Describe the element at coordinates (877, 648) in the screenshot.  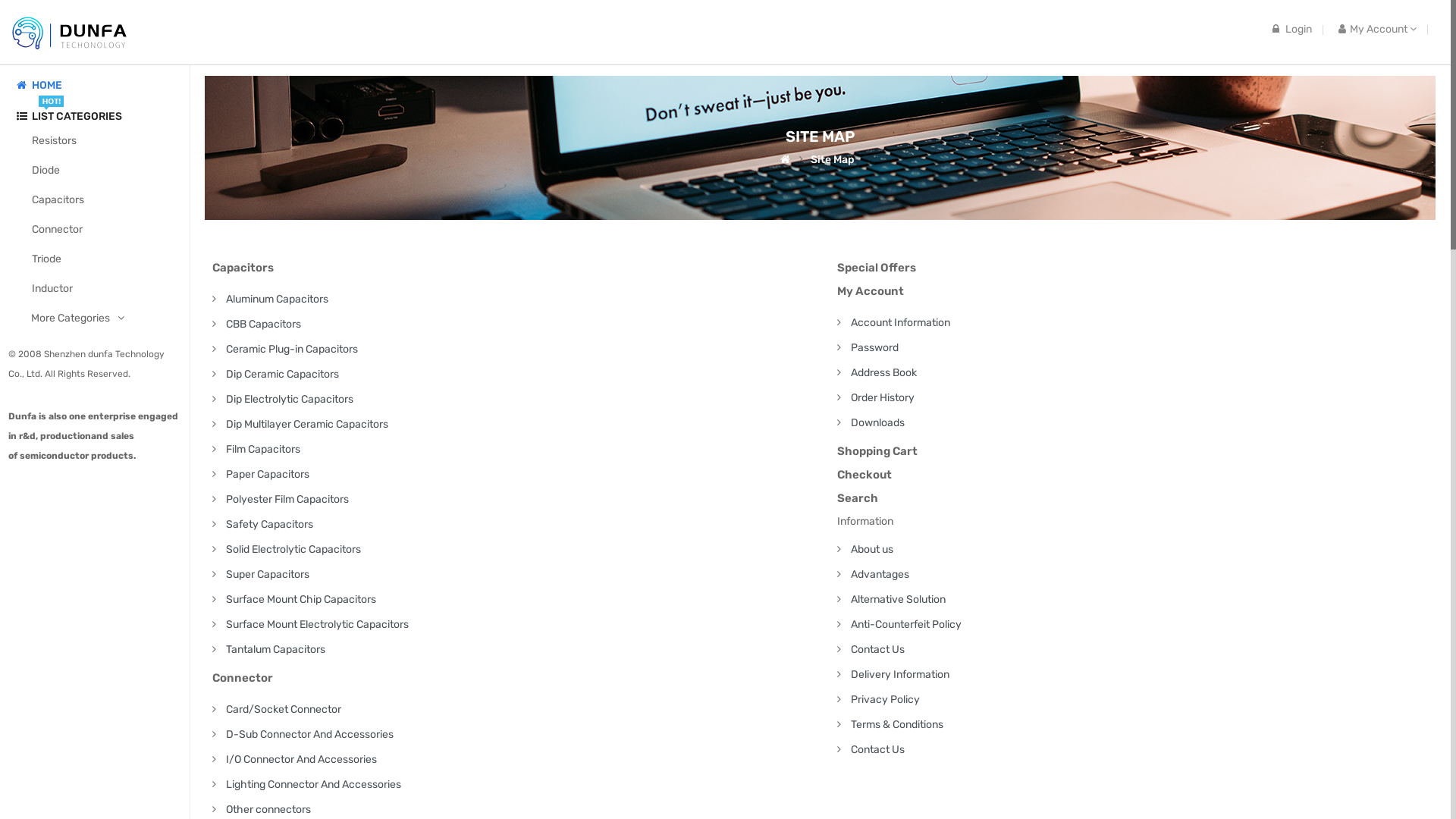
I see `'Contact Us'` at that location.